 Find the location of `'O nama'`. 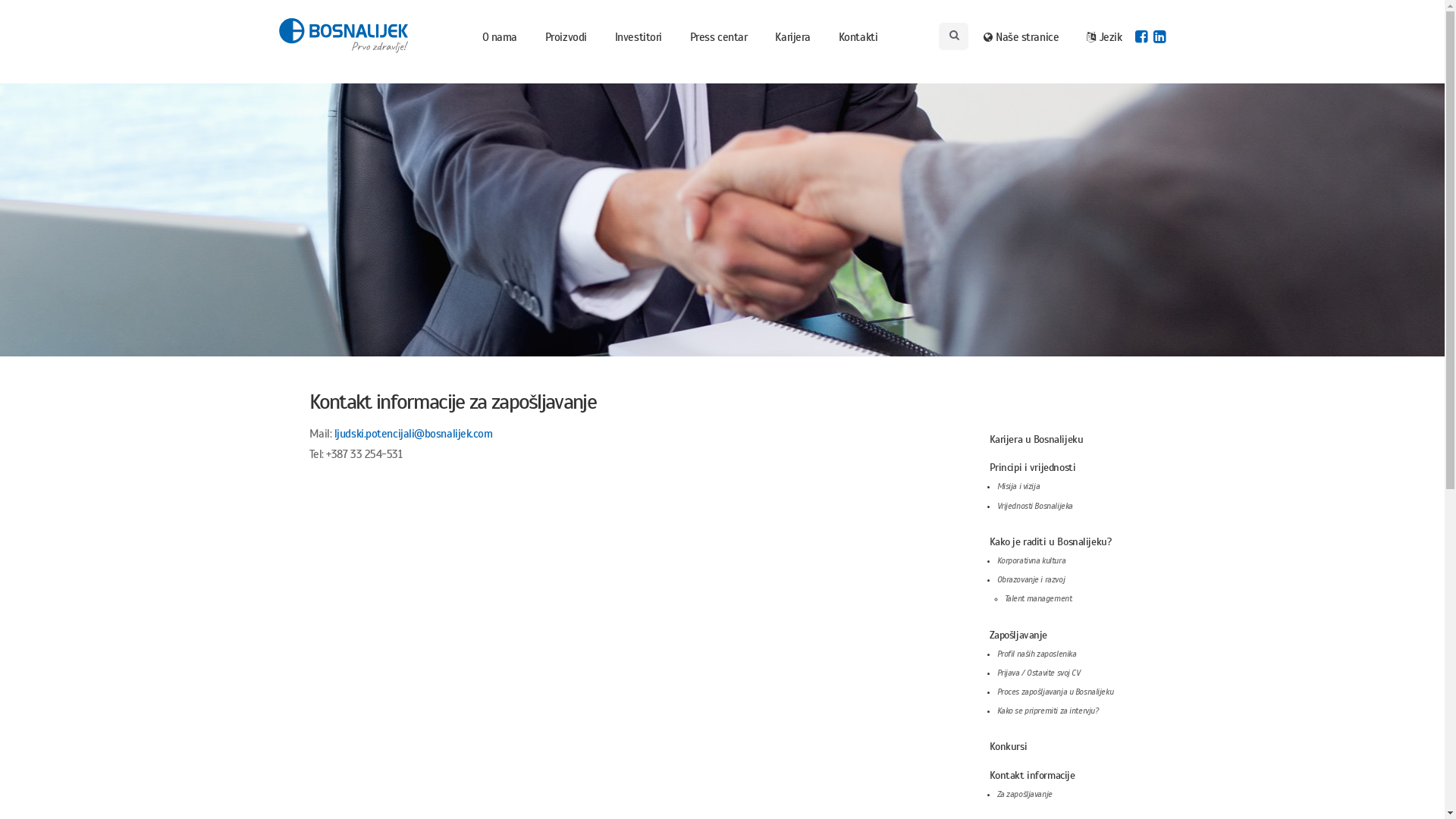

'O nama' is located at coordinates (481, 36).